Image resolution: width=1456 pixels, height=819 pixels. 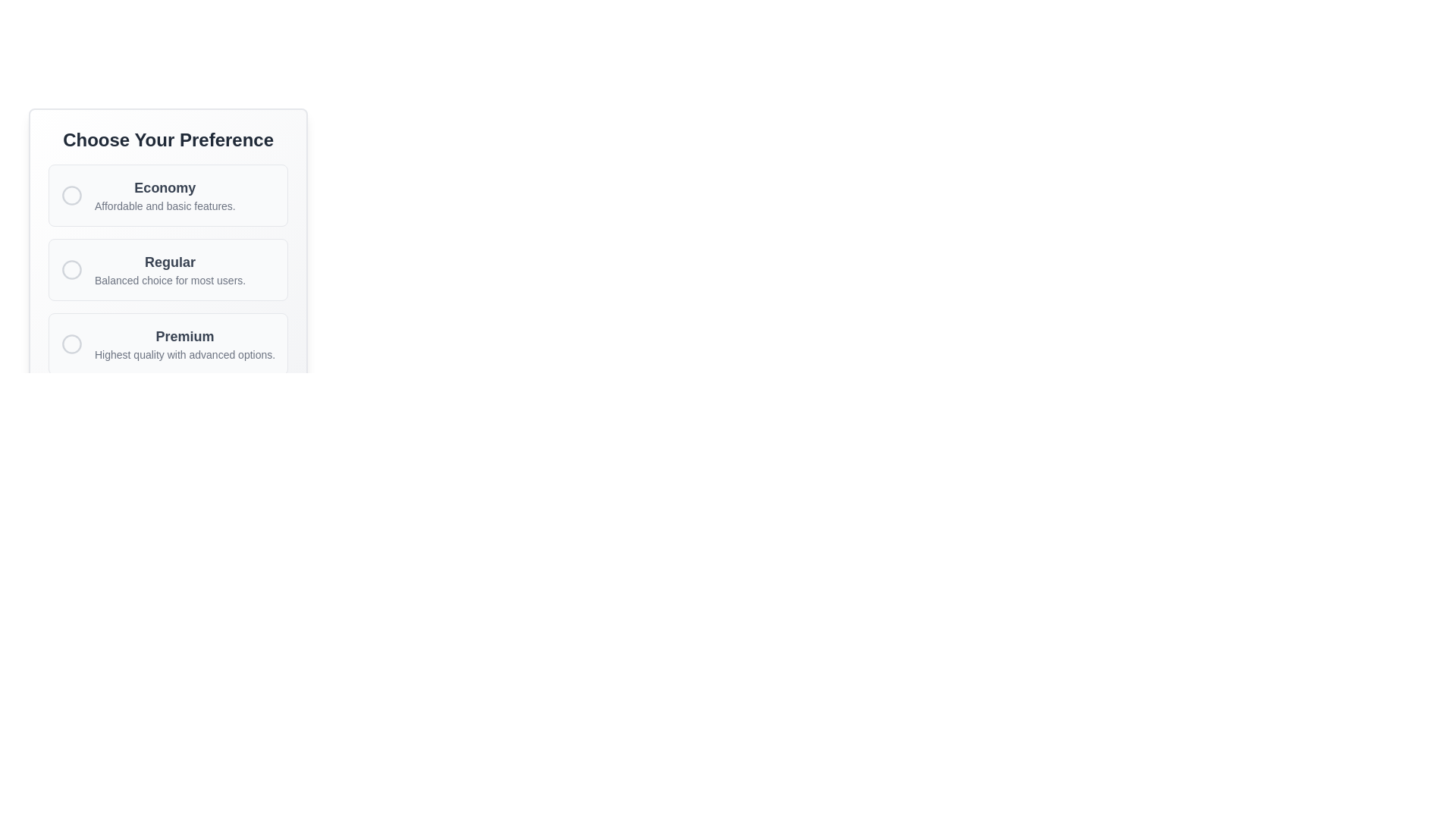 What do you see at coordinates (170, 281) in the screenshot?
I see `the descriptive subtitle text label for the 'Regular' option, located under the 'Choose Your Preference' section` at bounding box center [170, 281].